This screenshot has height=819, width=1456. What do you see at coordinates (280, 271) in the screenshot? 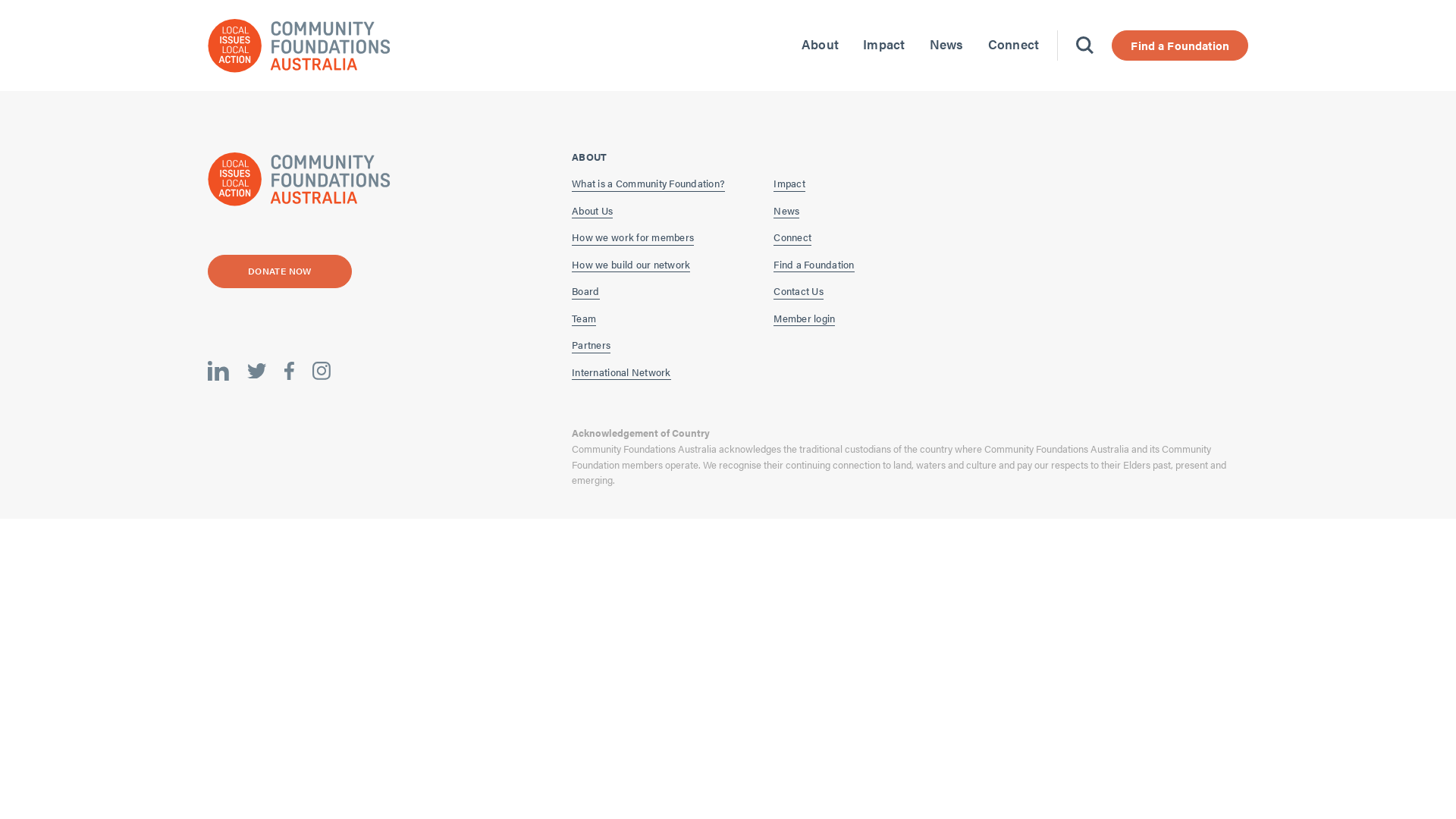
I see `'DONATE NOW'` at bounding box center [280, 271].